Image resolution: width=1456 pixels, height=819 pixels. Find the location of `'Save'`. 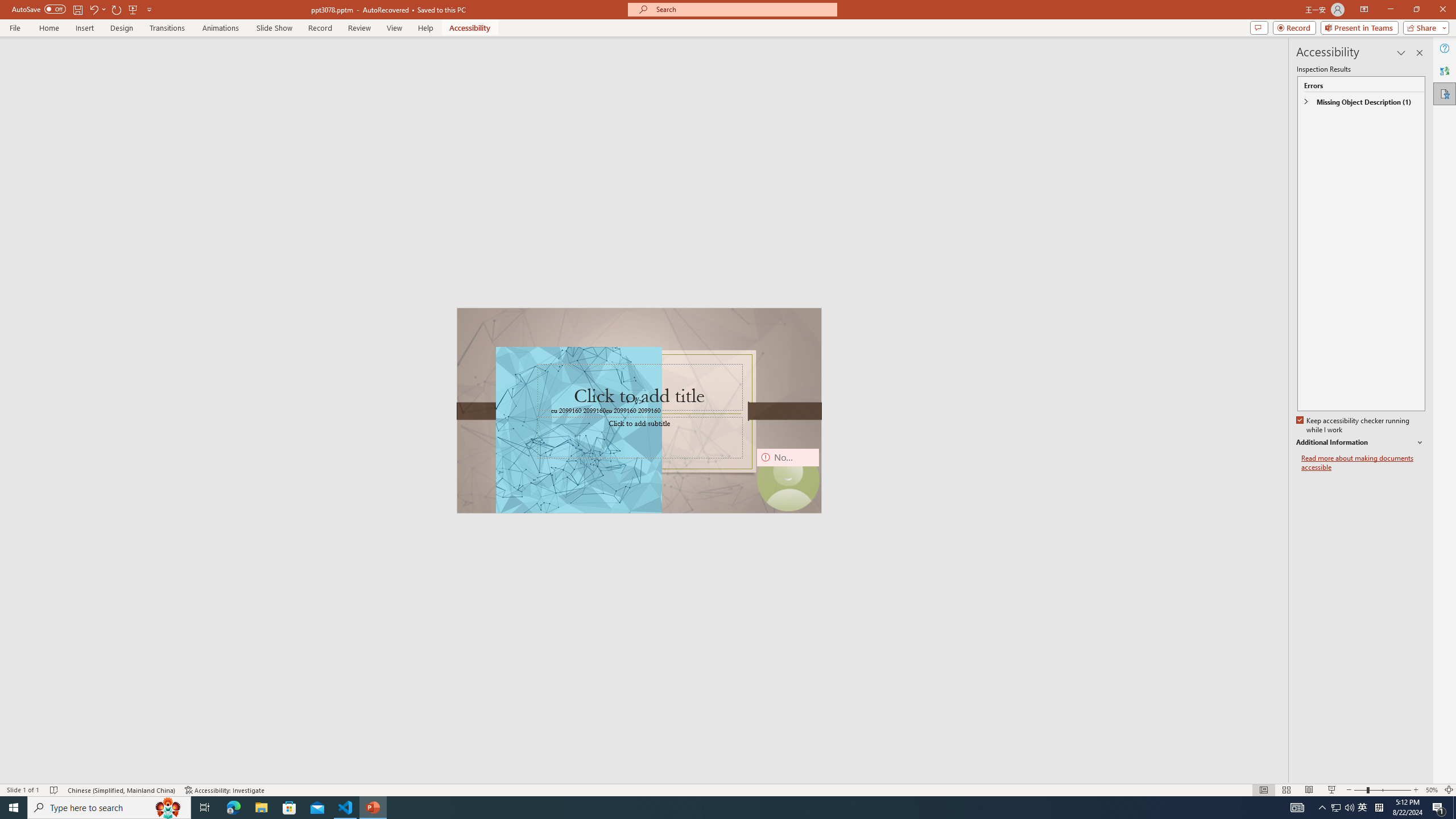

'Save' is located at coordinates (77, 9).